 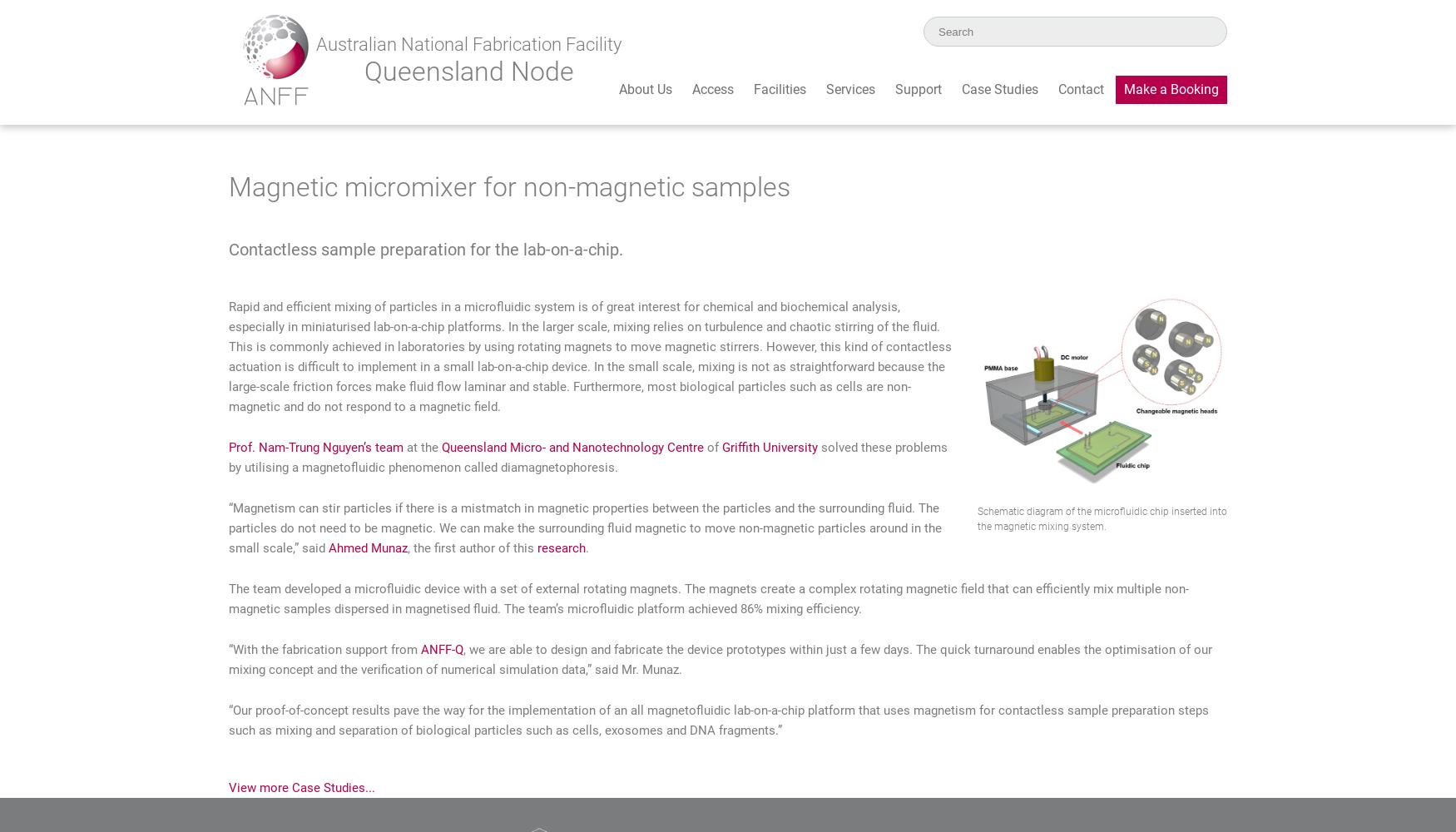 I want to click on 'Queensland Micro- and Nanotechnology Centre', so click(x=572, y=447).